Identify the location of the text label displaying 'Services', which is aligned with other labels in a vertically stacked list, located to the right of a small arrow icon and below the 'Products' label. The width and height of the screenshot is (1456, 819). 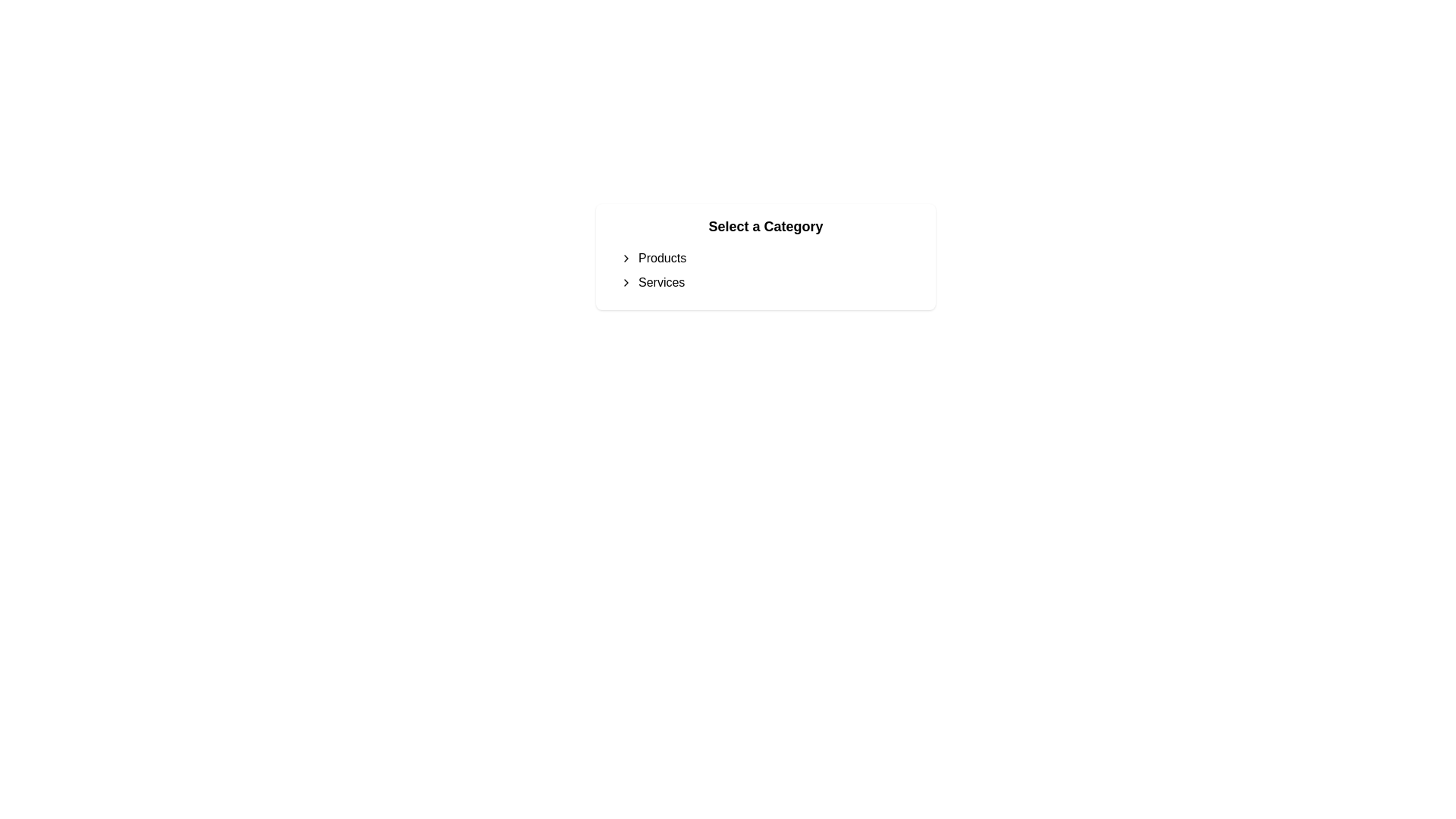
(661, 283).